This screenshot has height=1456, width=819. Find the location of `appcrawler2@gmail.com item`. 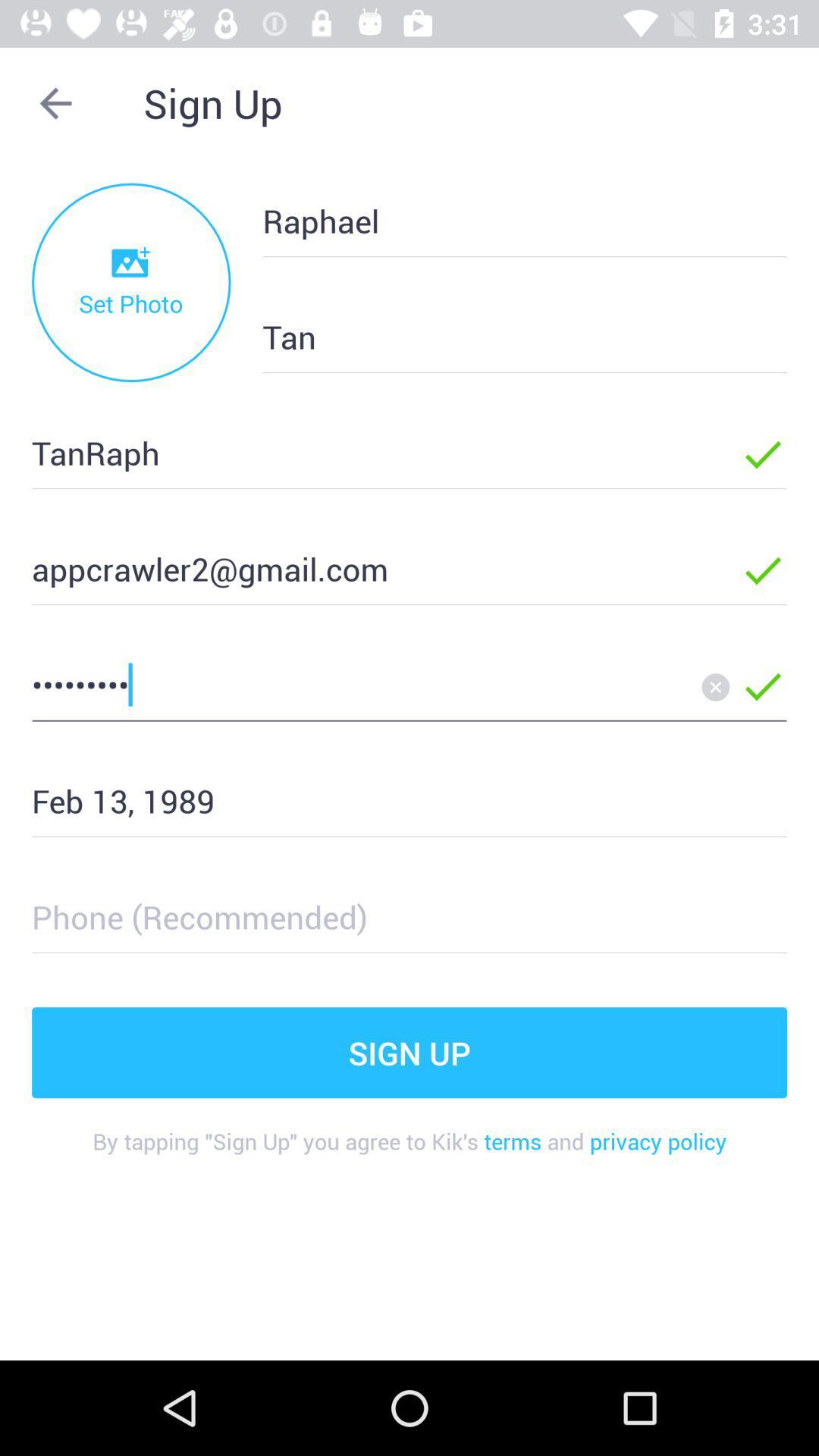

appcrawler2@gmail.com item is located at coordinates (362, 567).